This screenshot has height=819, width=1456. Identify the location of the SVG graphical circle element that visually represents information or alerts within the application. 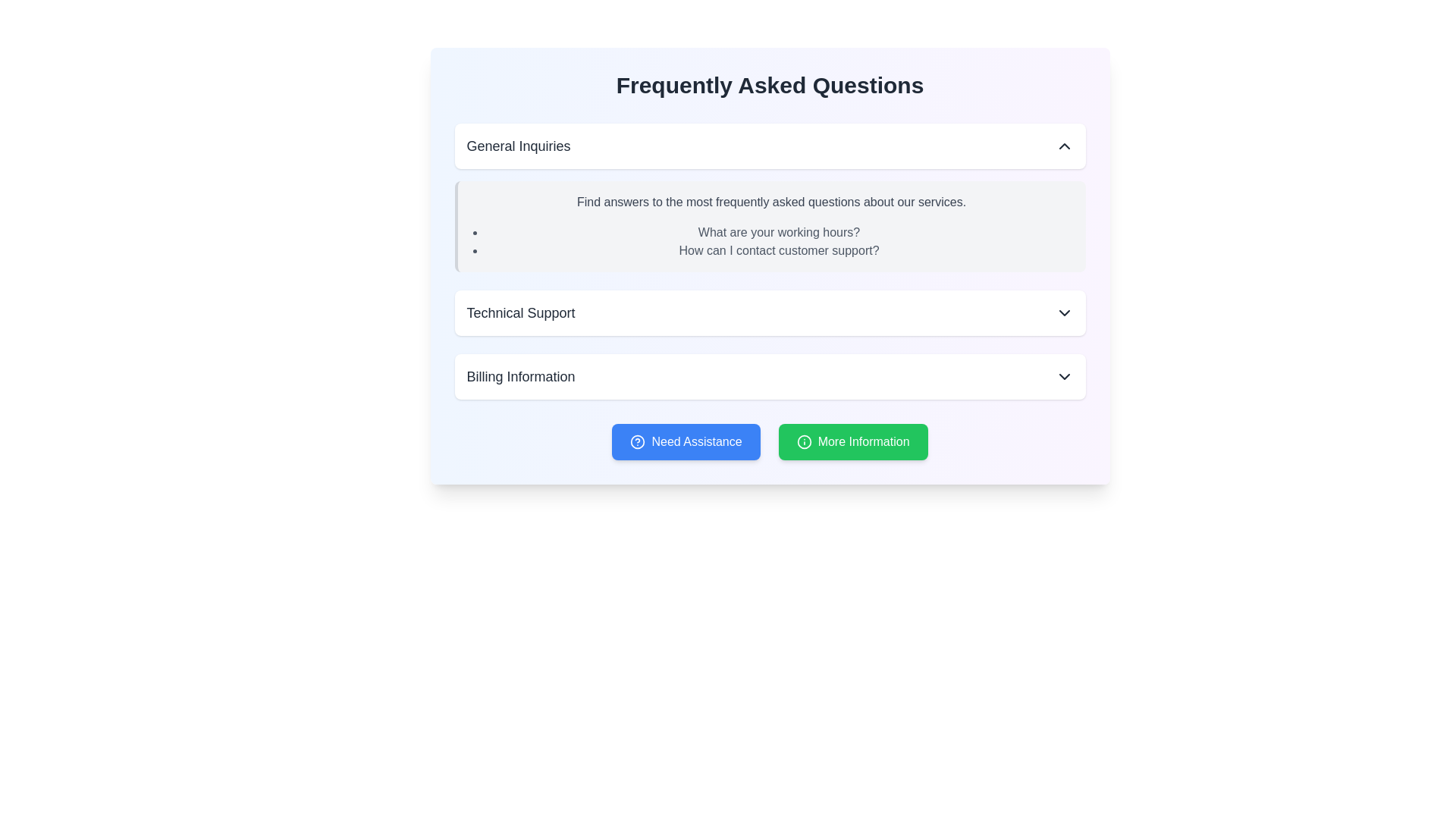
(803, 441).